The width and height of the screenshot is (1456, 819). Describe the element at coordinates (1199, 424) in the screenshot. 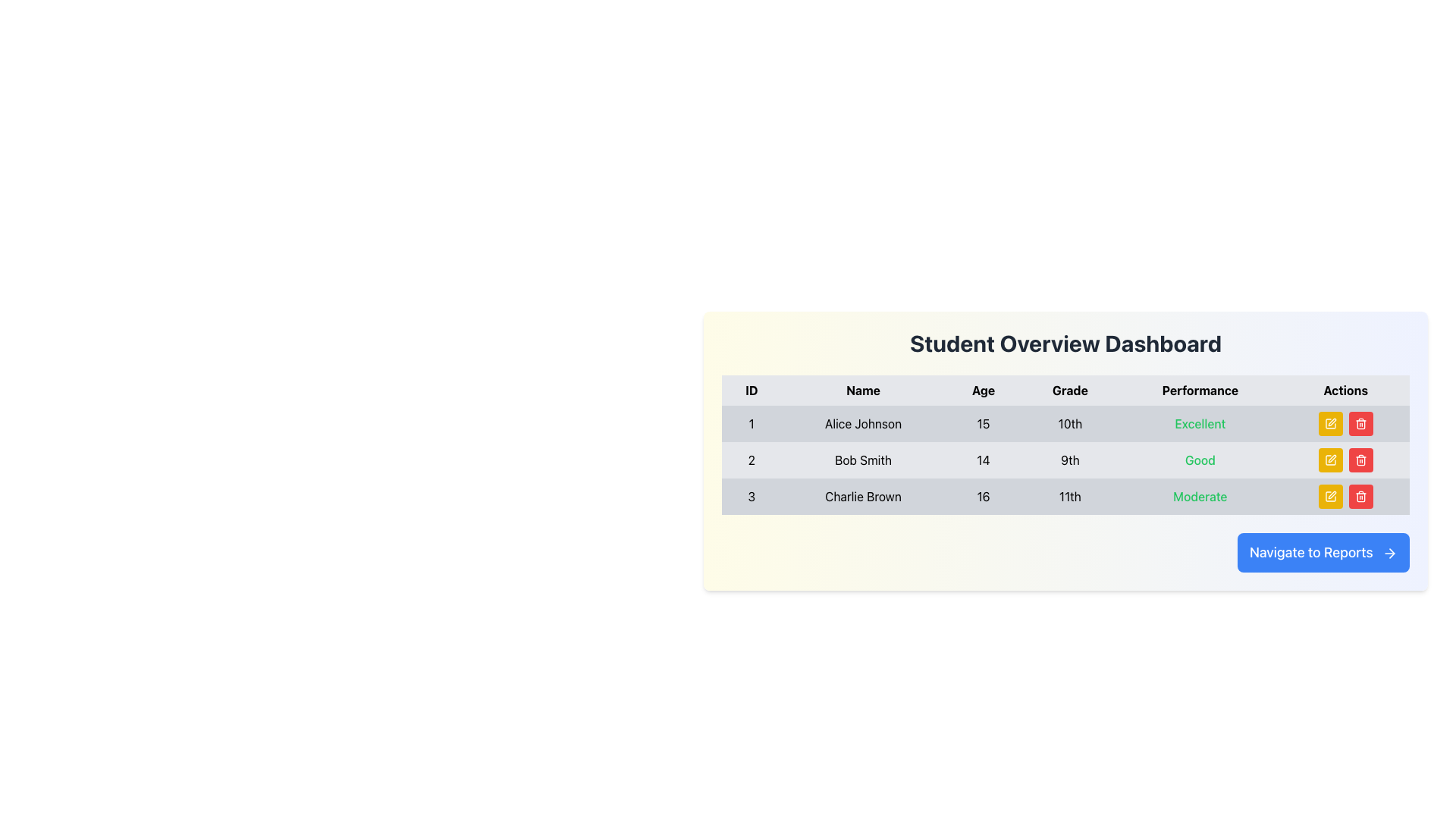

I see `the text label 'Excellent' in green font located in the 'Performance' column of the first row of the data table, aligned with the 'Alice Johnson' row` at that location.